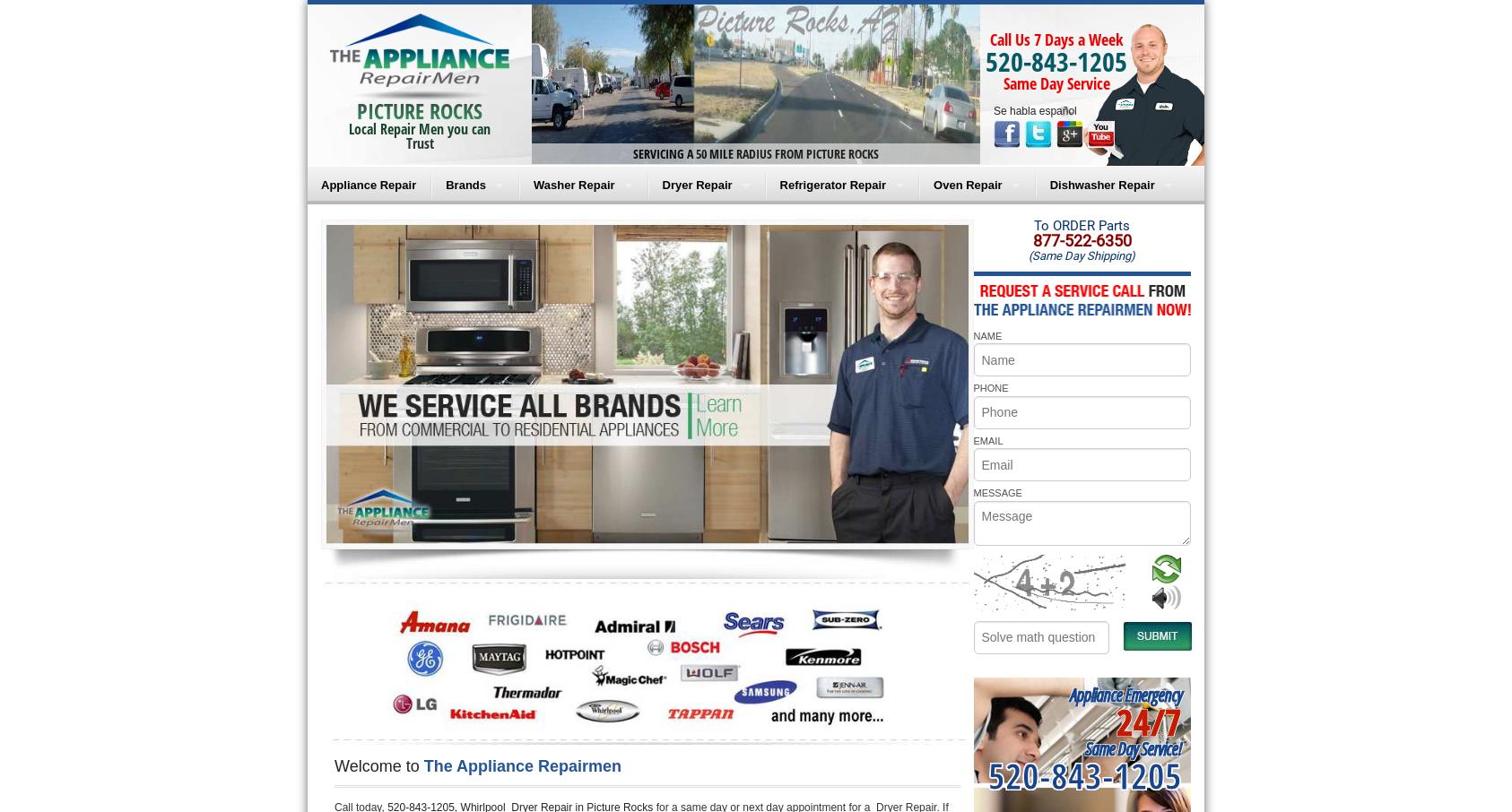 The width and height of the screenshot is (1512, 812). Describe the element at coordinates (1125, 694) in the screenshot. I see `'Appliance Emergency'` at that location.